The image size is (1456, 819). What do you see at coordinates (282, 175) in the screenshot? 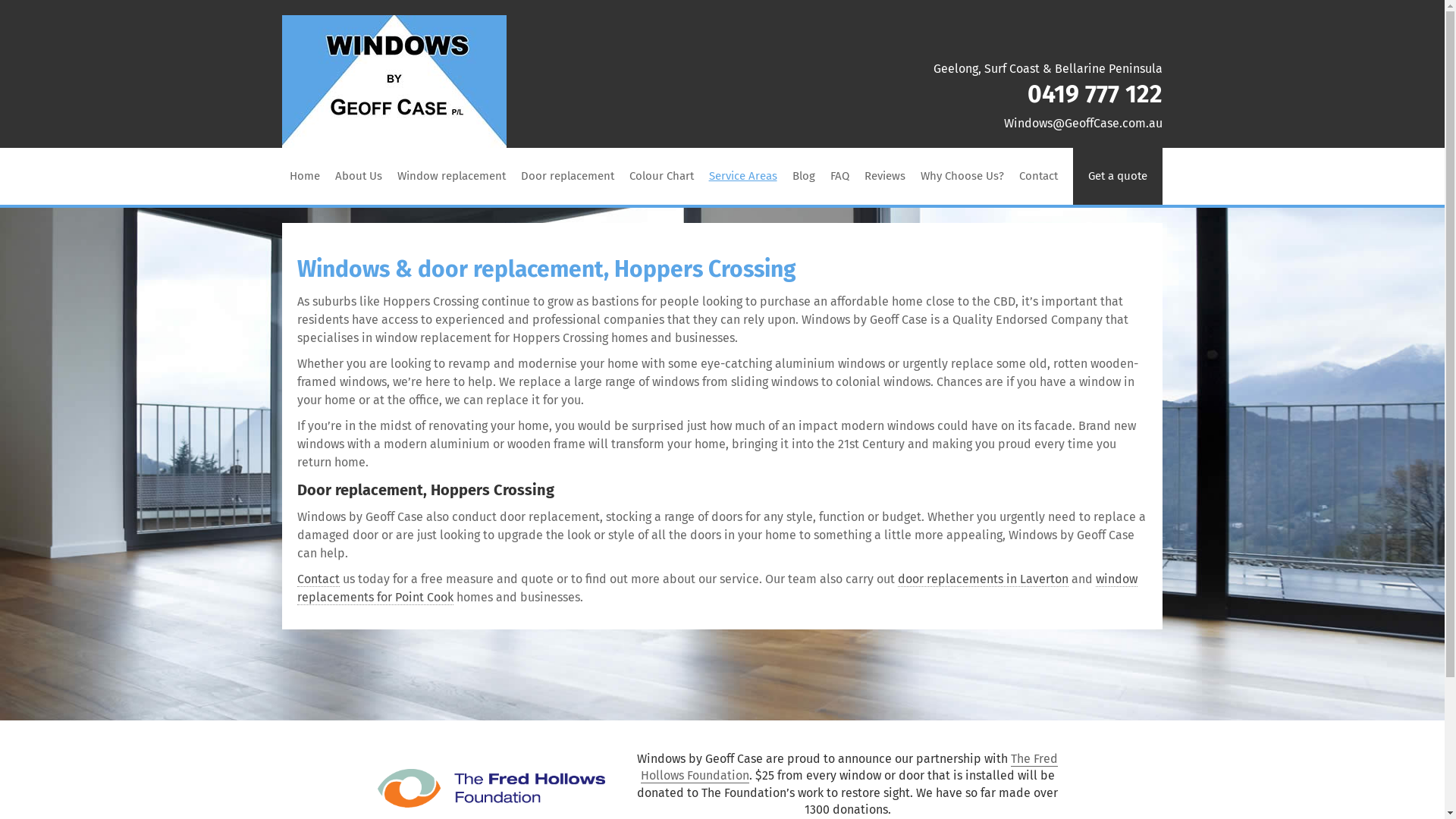
I see `'Home'` at bounding box center [282, 175].